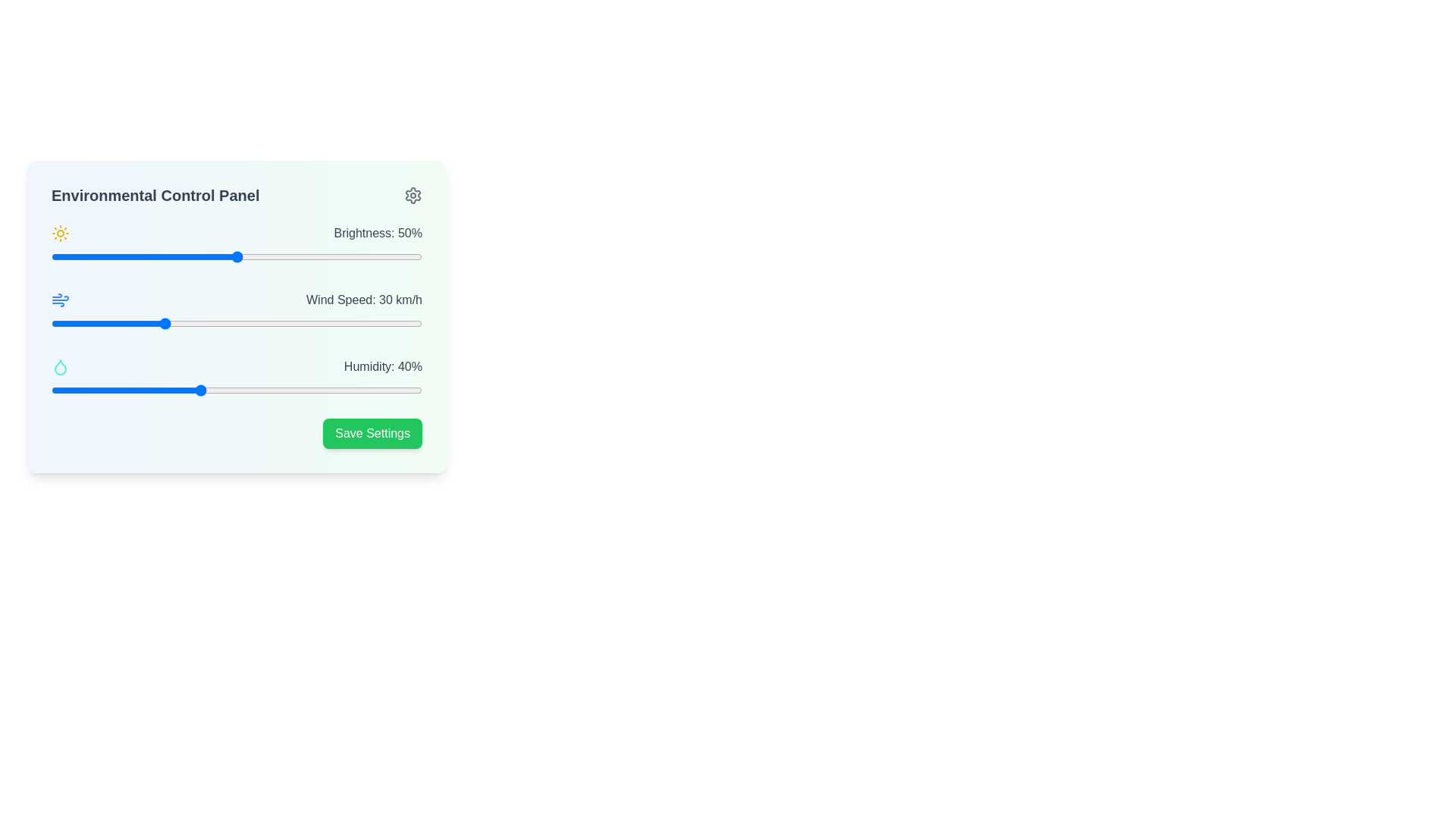  I want to click on the brightness icon located on the left side of the brightness control bar, adjacent to the label 'Brightness: 50%', so click(61, 234).